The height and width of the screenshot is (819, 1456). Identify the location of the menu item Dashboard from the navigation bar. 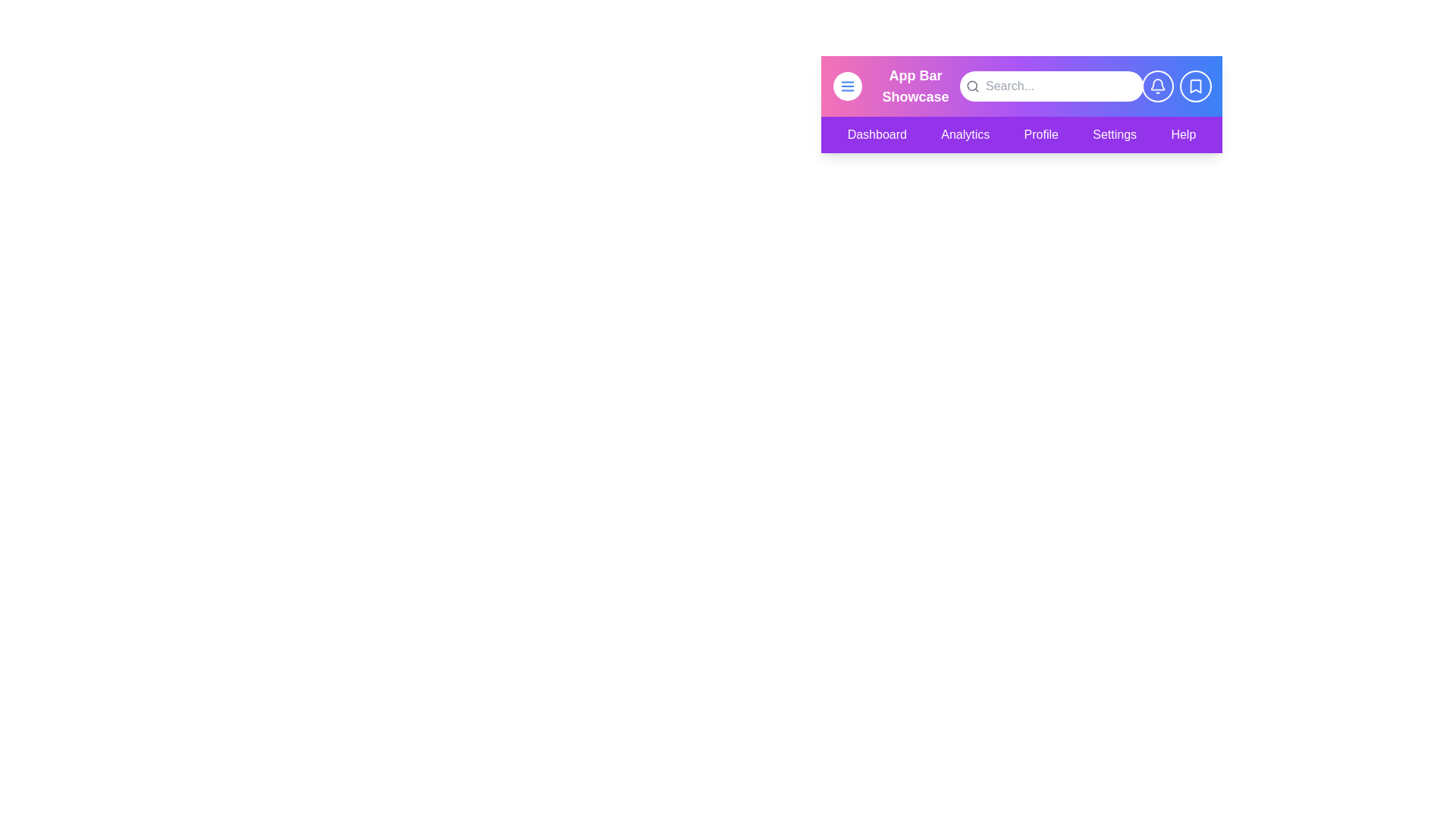
(877, 133).